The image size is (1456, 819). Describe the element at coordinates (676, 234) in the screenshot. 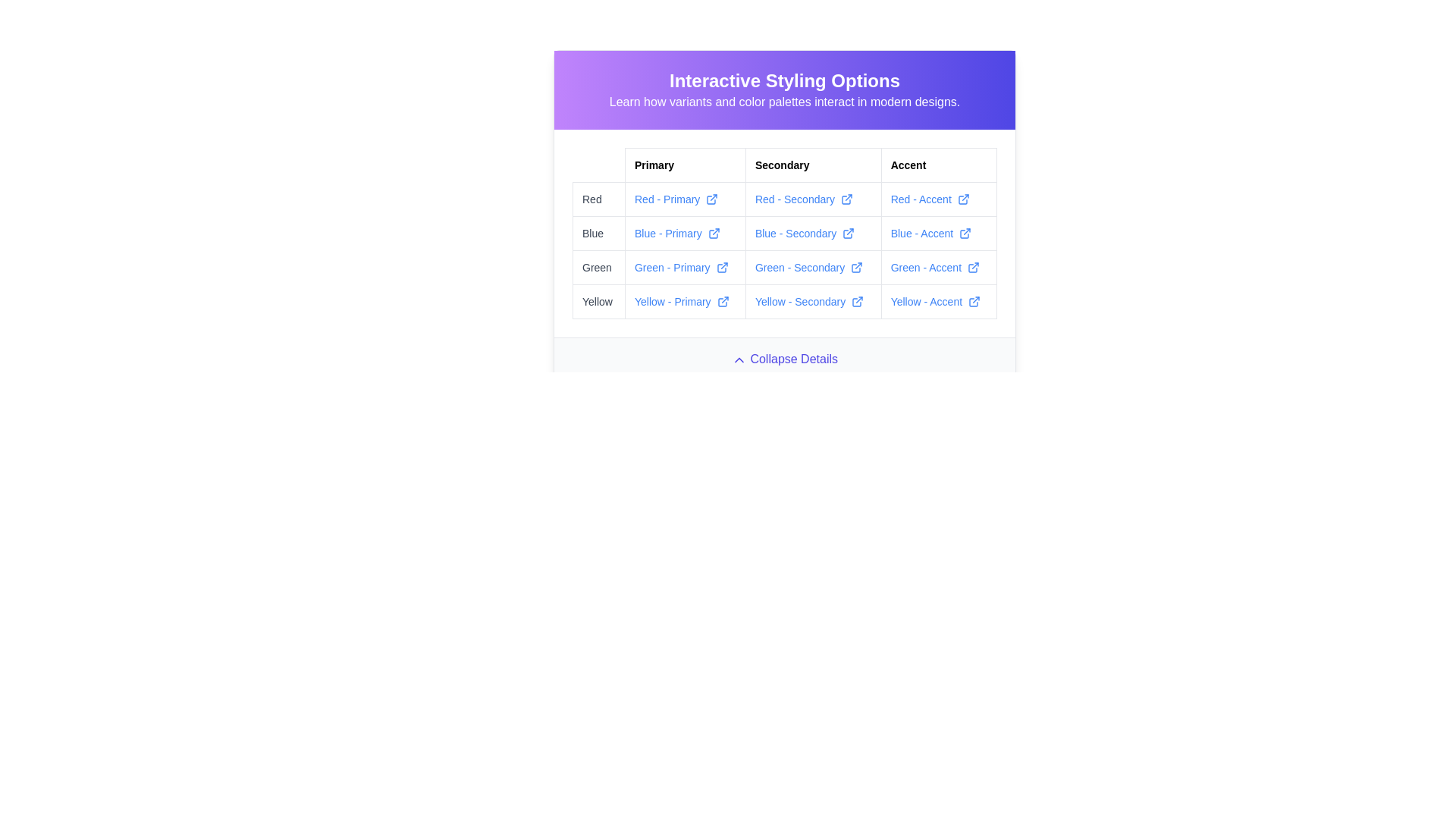

I see `the hyperlink located in the 'Primary' column under the 'Blue' row of the interactive styling options table` at that location.